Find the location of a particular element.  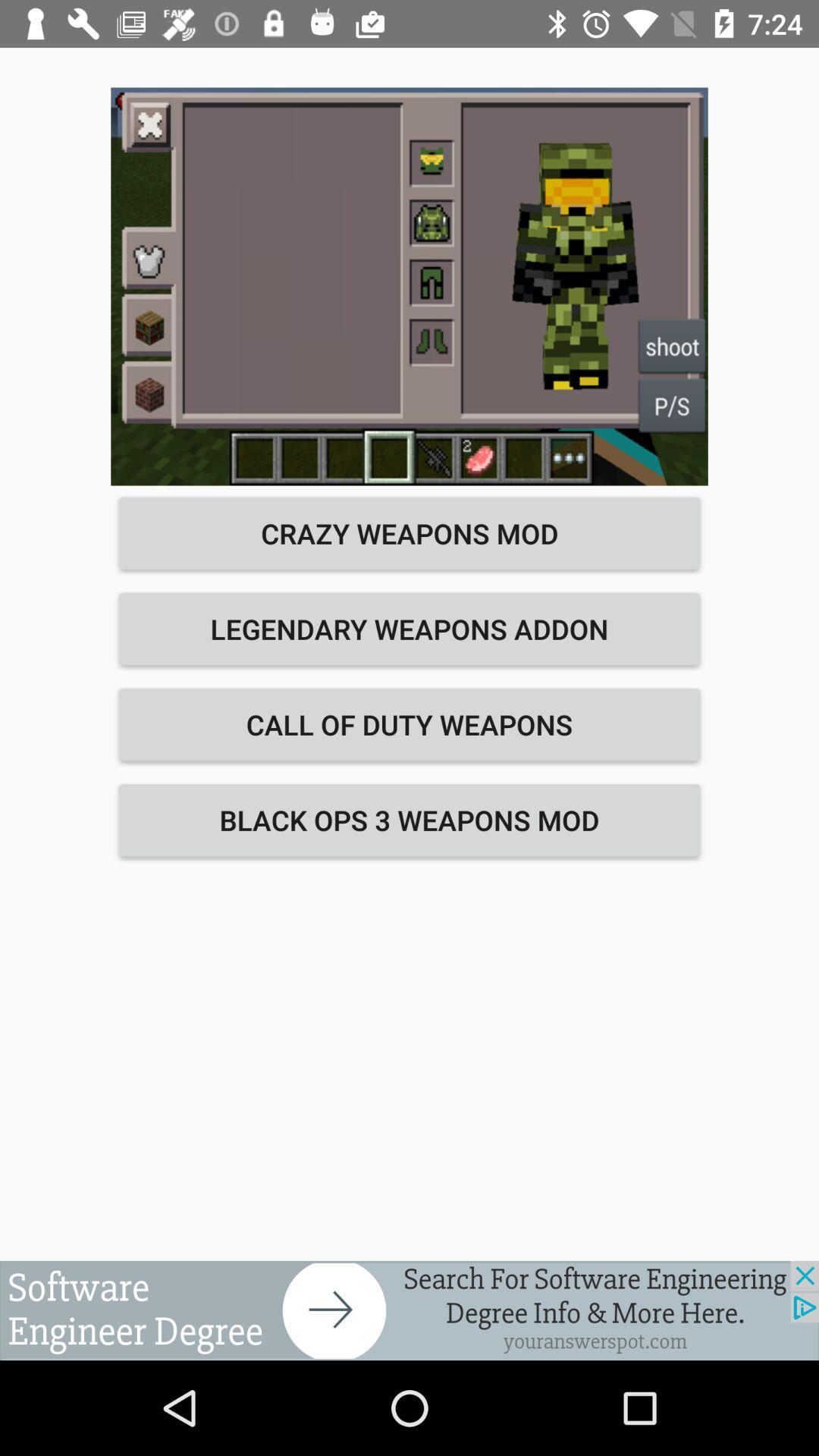

open advertisement is located at coordinates (409, 1310).